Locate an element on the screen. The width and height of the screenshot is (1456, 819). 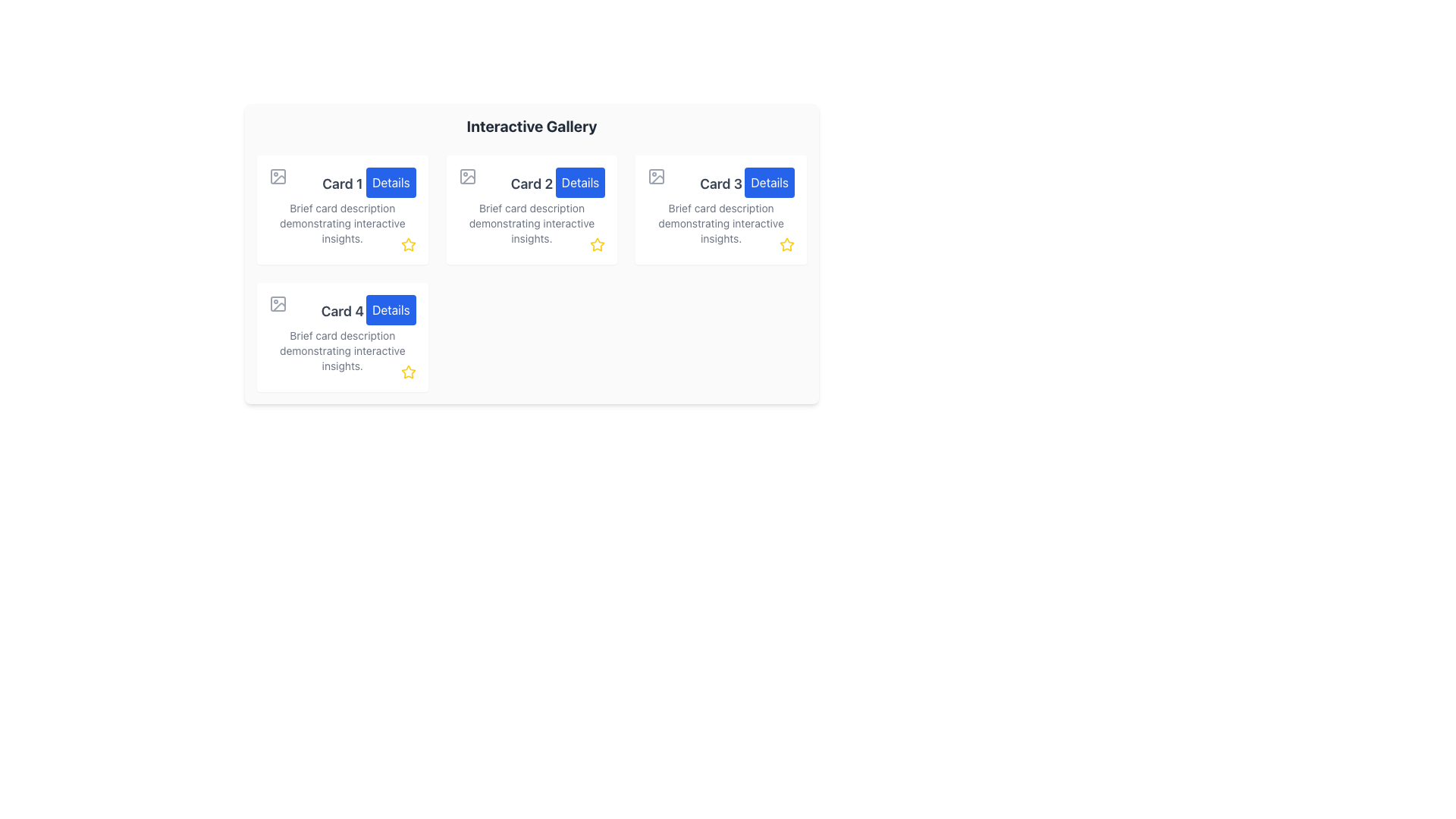
the star icon located in the bottom-right corner of 'Card 3' to interact with it is located at coordinates (786, 244).